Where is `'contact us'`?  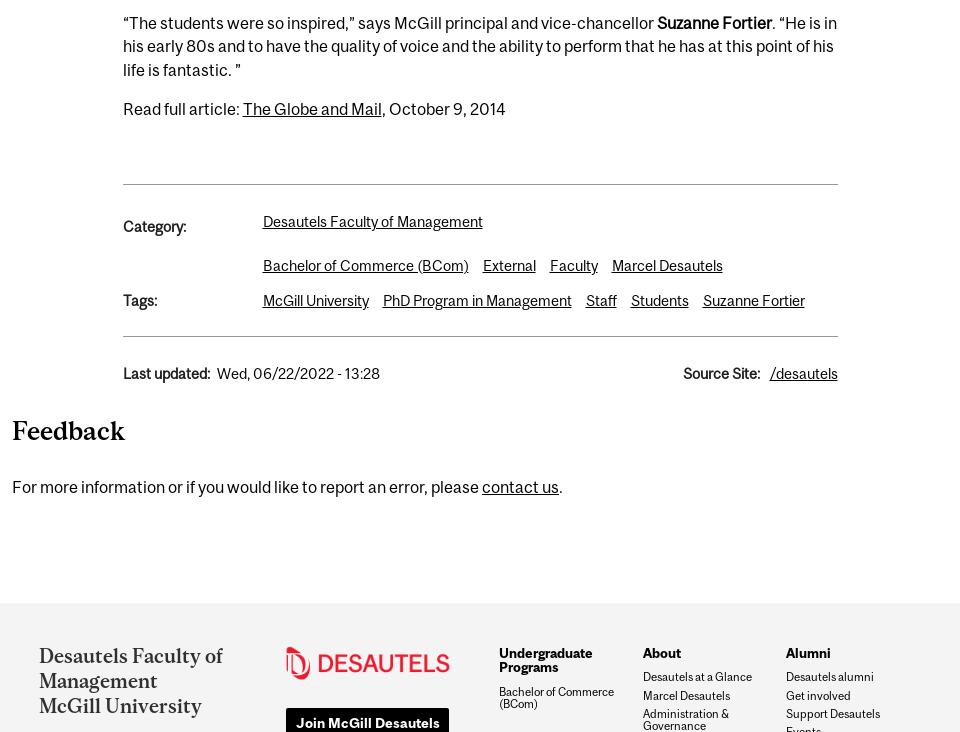
'contact us' is located at coordinates (481, 485).